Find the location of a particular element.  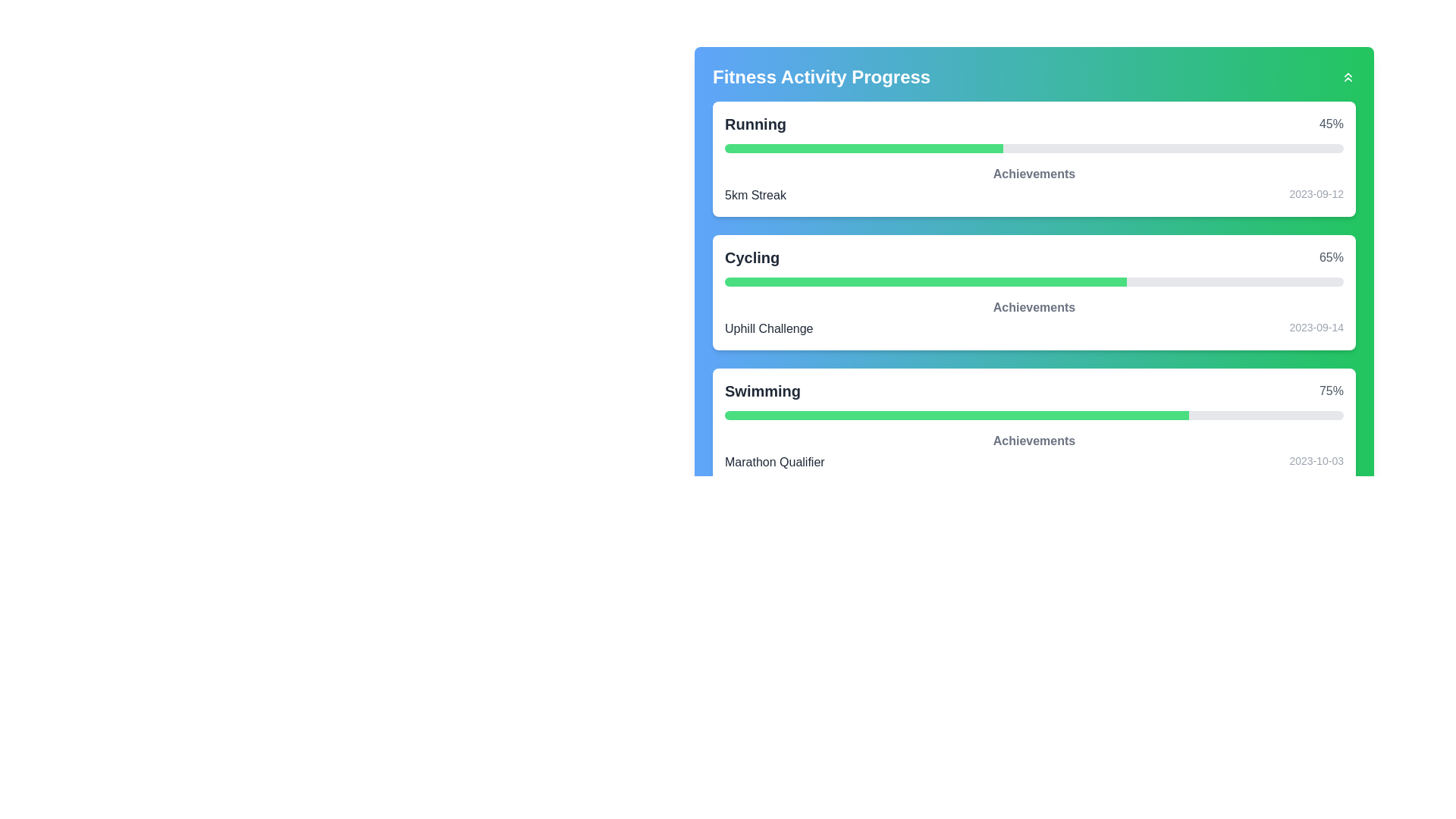

displayed information from the Information panel card summarizing activity progress and achievements related to 'Running', which is the first card in the 'Fitness Activity Progress' section is located at coordinates (1033, 158).